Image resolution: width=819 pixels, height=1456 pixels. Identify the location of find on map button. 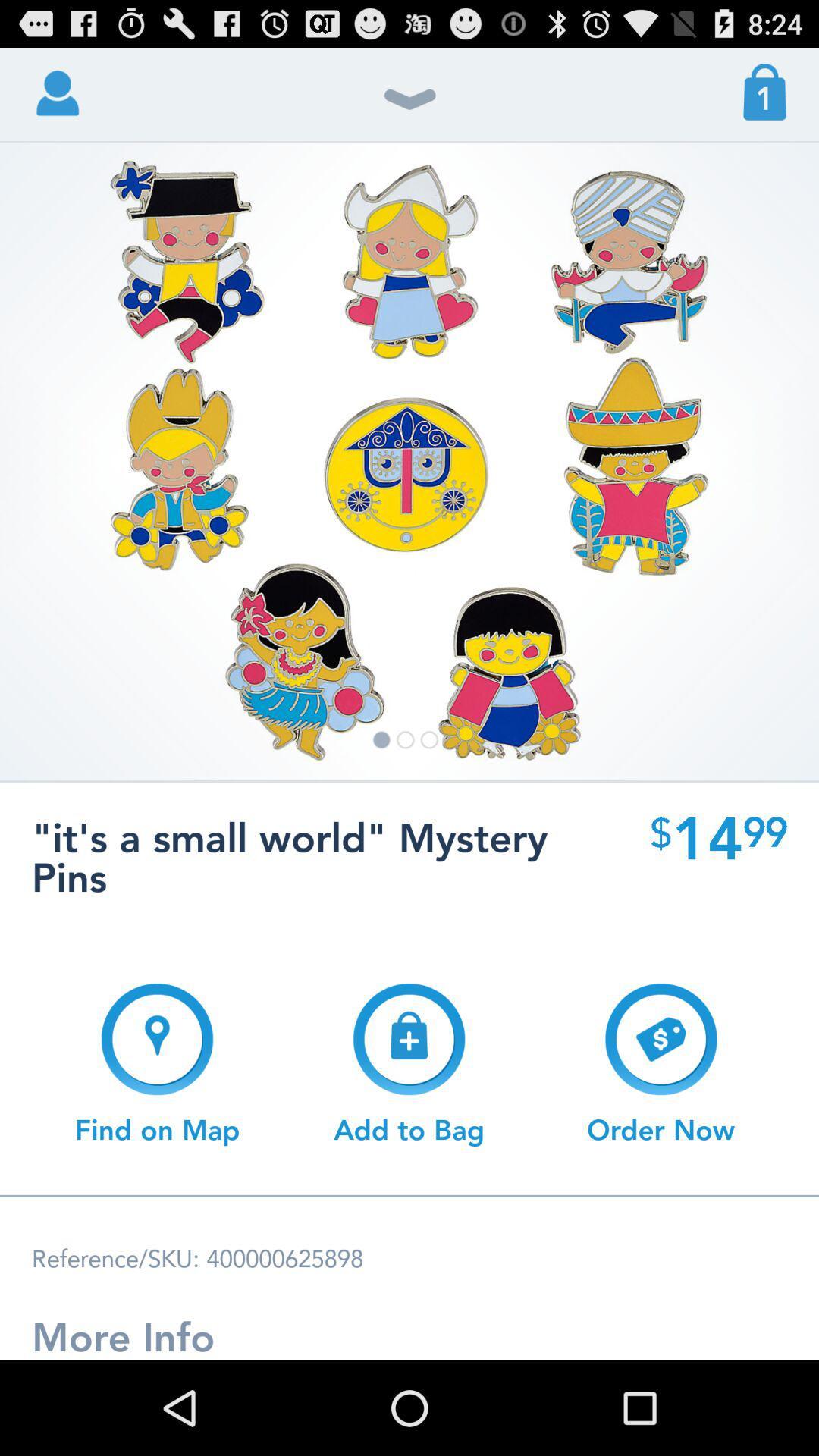
(157, 1063).